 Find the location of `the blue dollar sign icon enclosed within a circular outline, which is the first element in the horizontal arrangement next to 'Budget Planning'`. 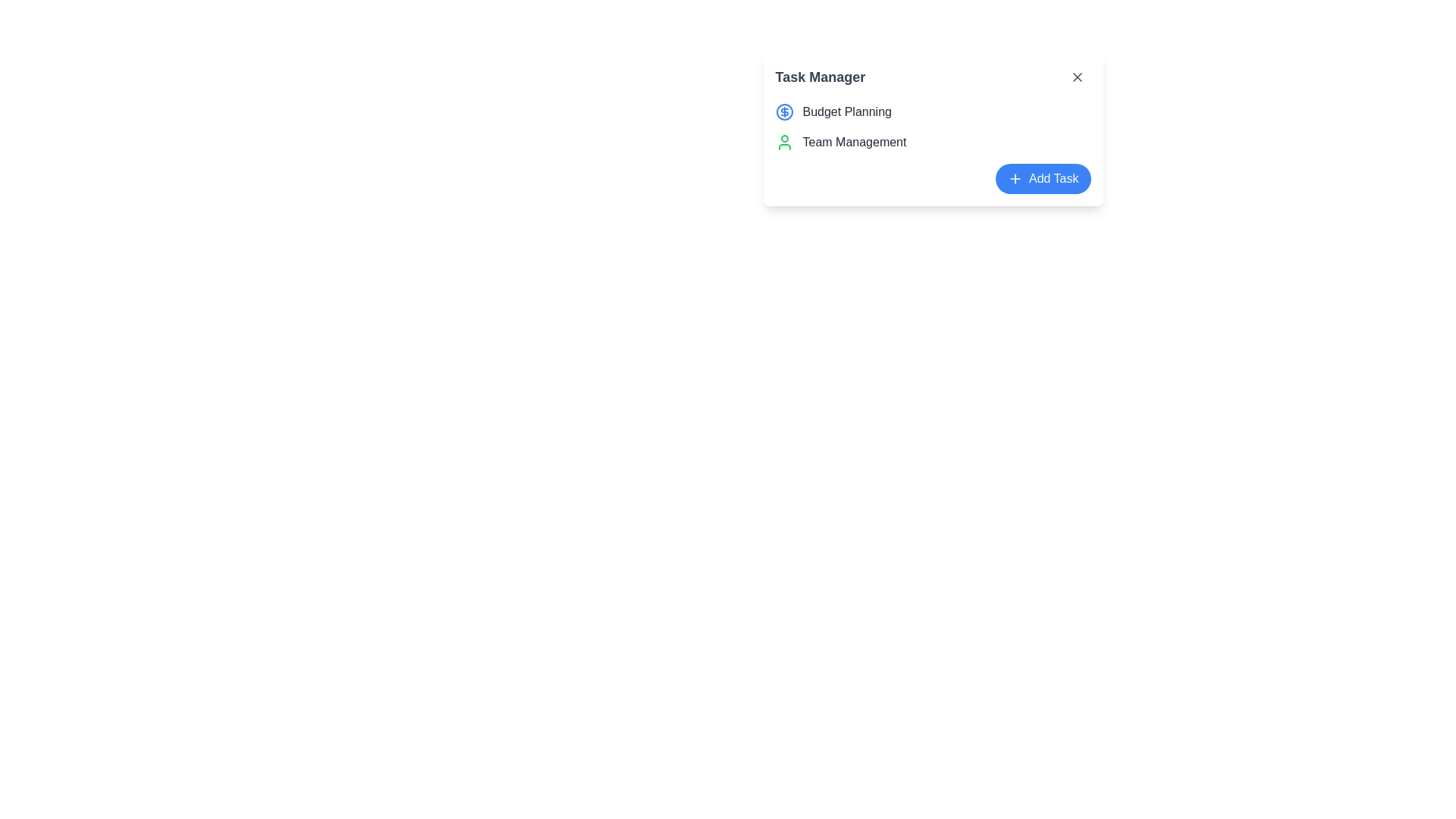

the blue dollar sign icon enclosed within a circular outline, which is the first element in the horizontal arrangement next to 'Budget Planning' is located at coordinates (784, 111).